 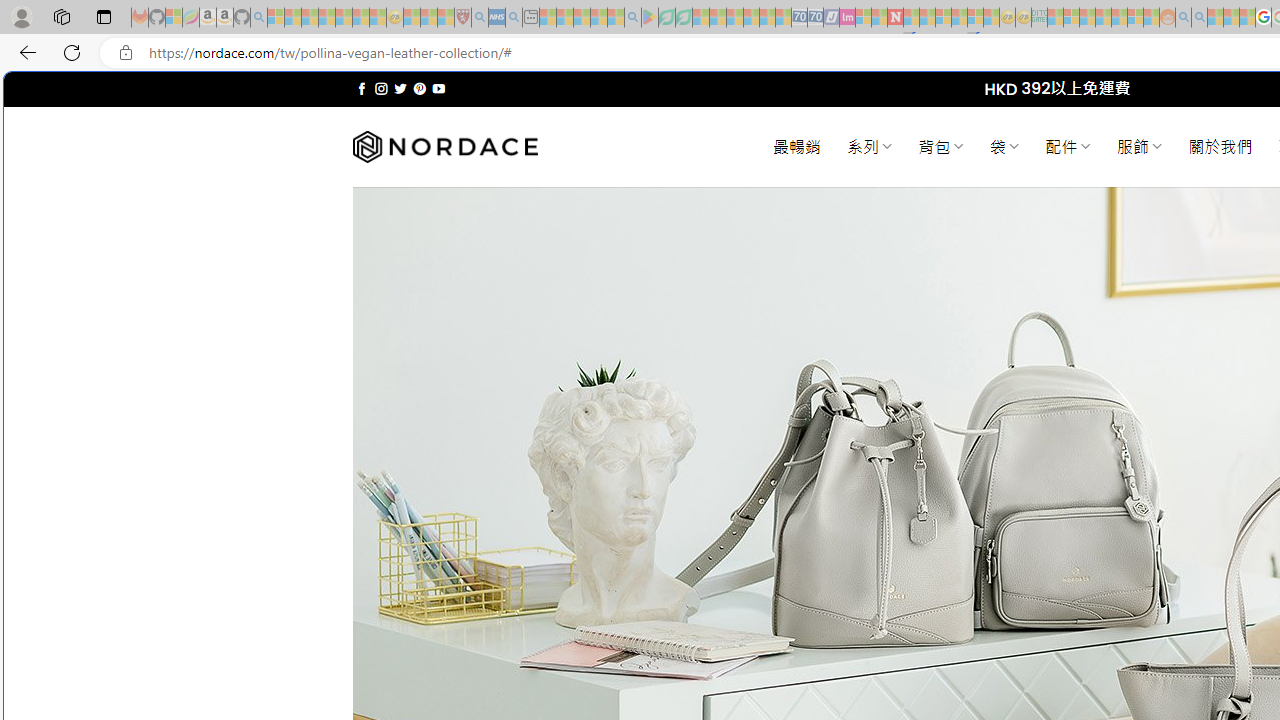 What do you see at coordinates (438, 88) in the screenshot?
I see `'Follow on YouTube'` at bounding box center [438, 88].